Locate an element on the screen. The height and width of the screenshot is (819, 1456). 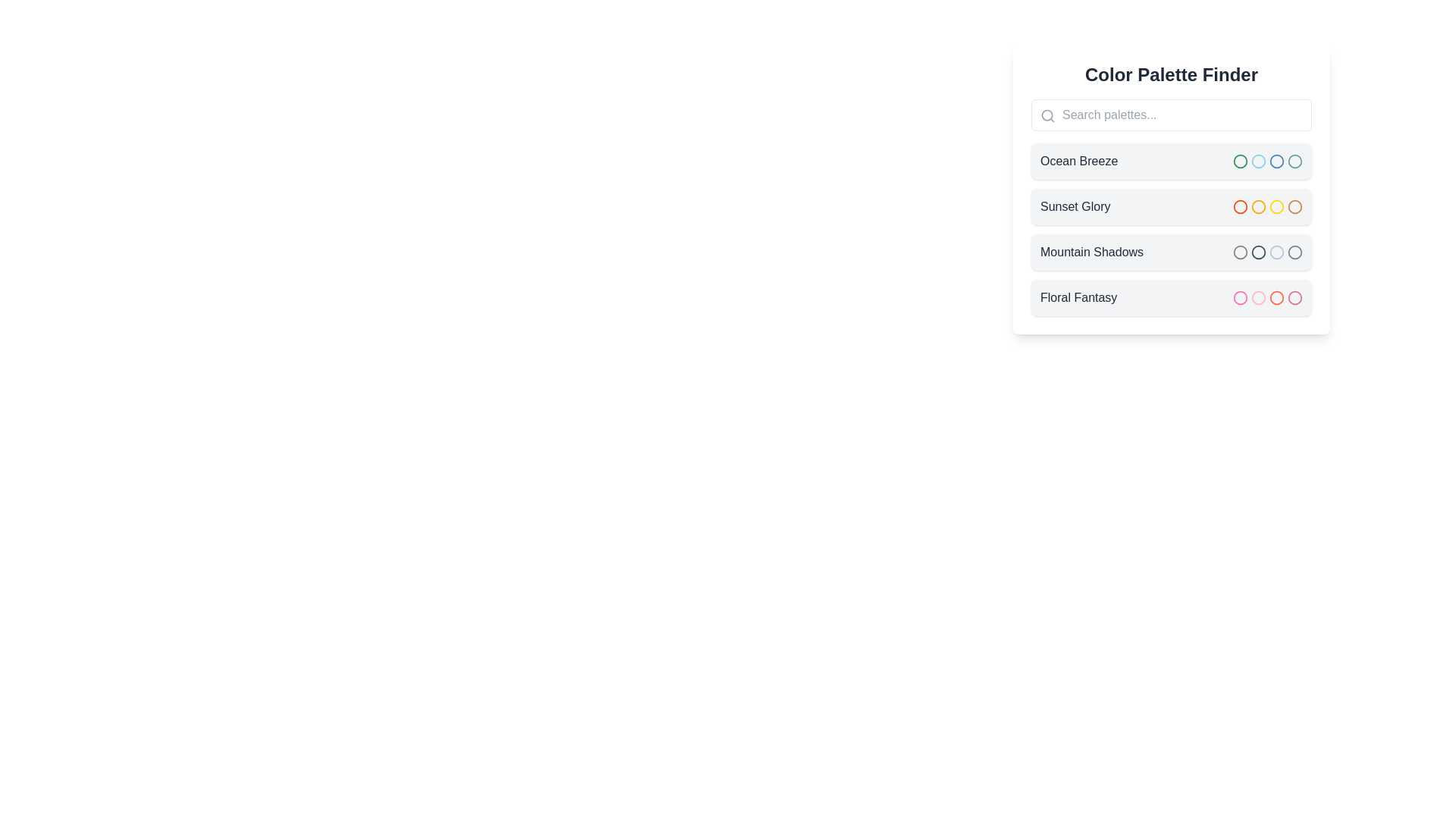
the SVG-styled circle indicator for the 'Ocean Breeze' color palette is located at coordinates (1294, 161).